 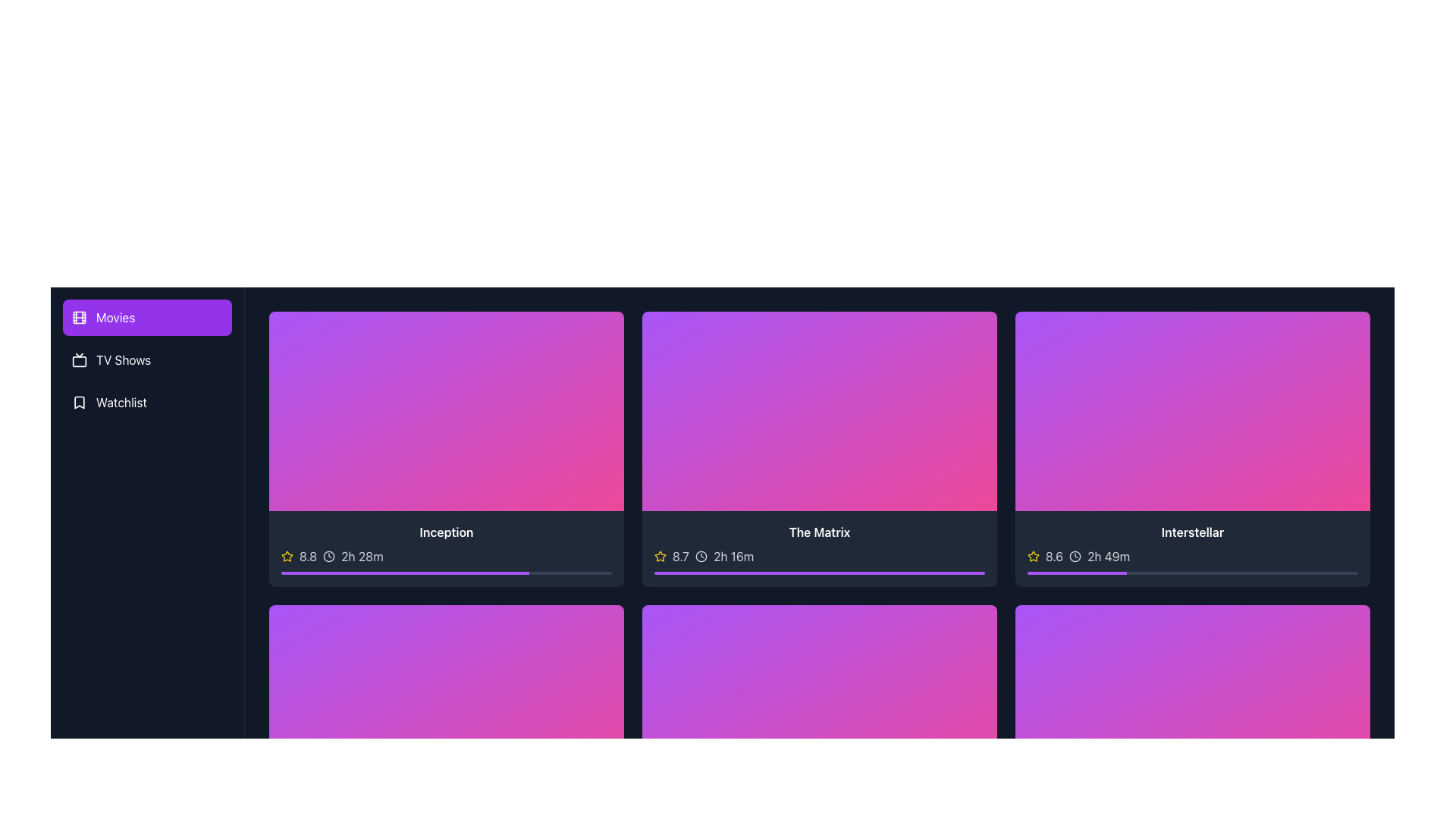 I want to click on the second media card in the grid, so click(x=818, y=447).